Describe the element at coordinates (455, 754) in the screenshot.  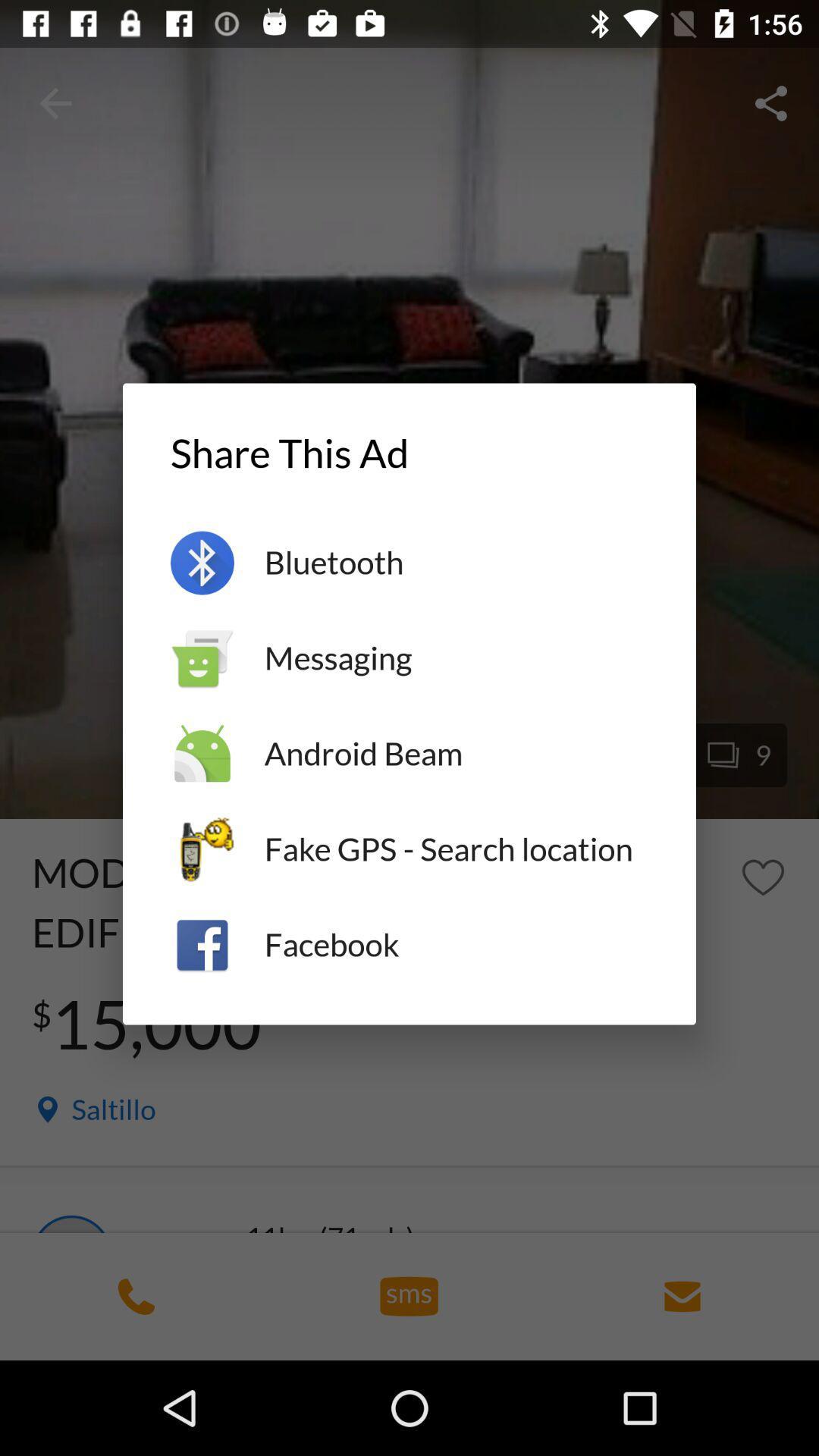
I see `the item below messaging` at that location.